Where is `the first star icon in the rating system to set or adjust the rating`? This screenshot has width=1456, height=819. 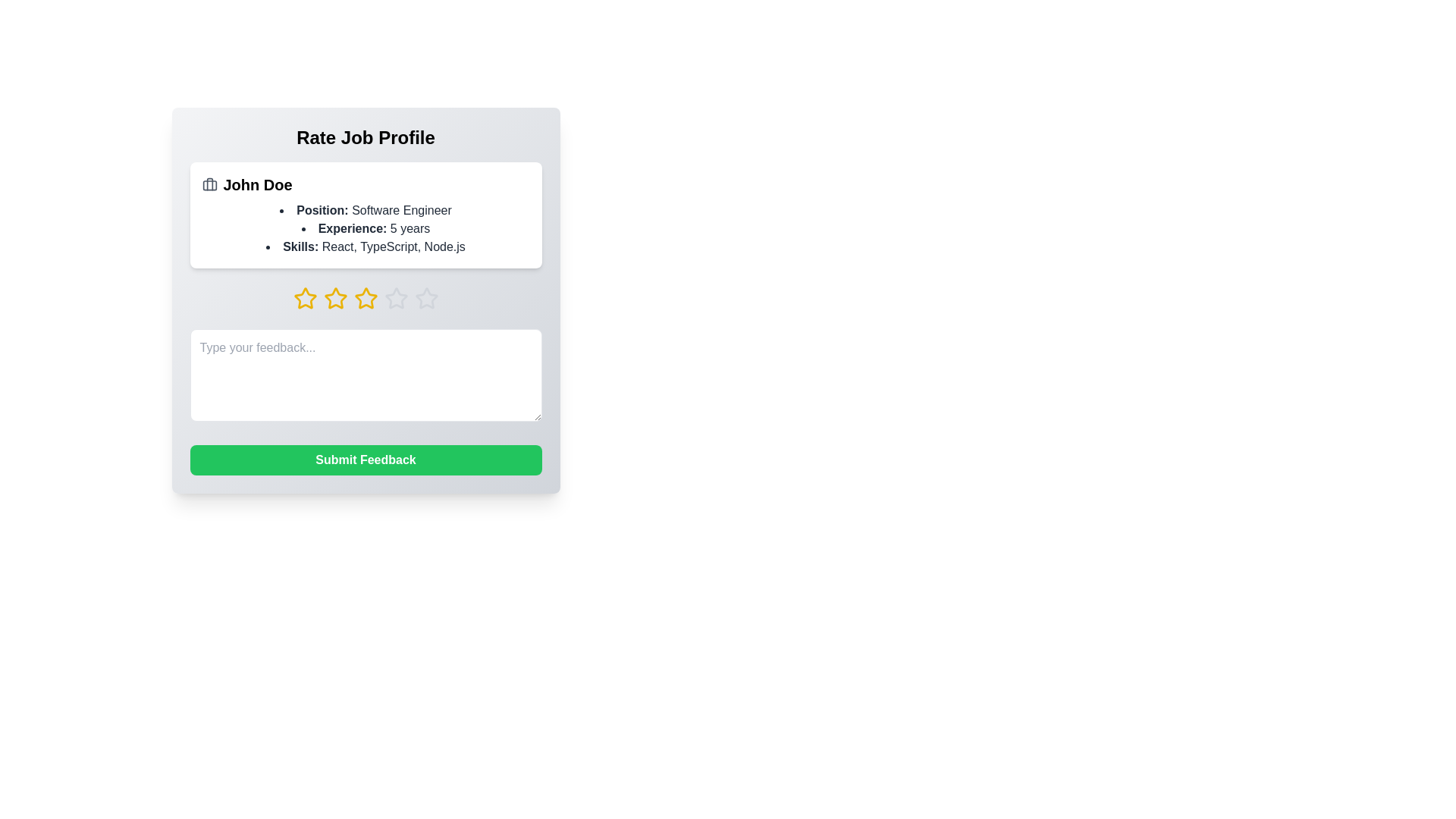 the first star icon in the rating system to set or adjust the rating is located at coordinates (304, 298).